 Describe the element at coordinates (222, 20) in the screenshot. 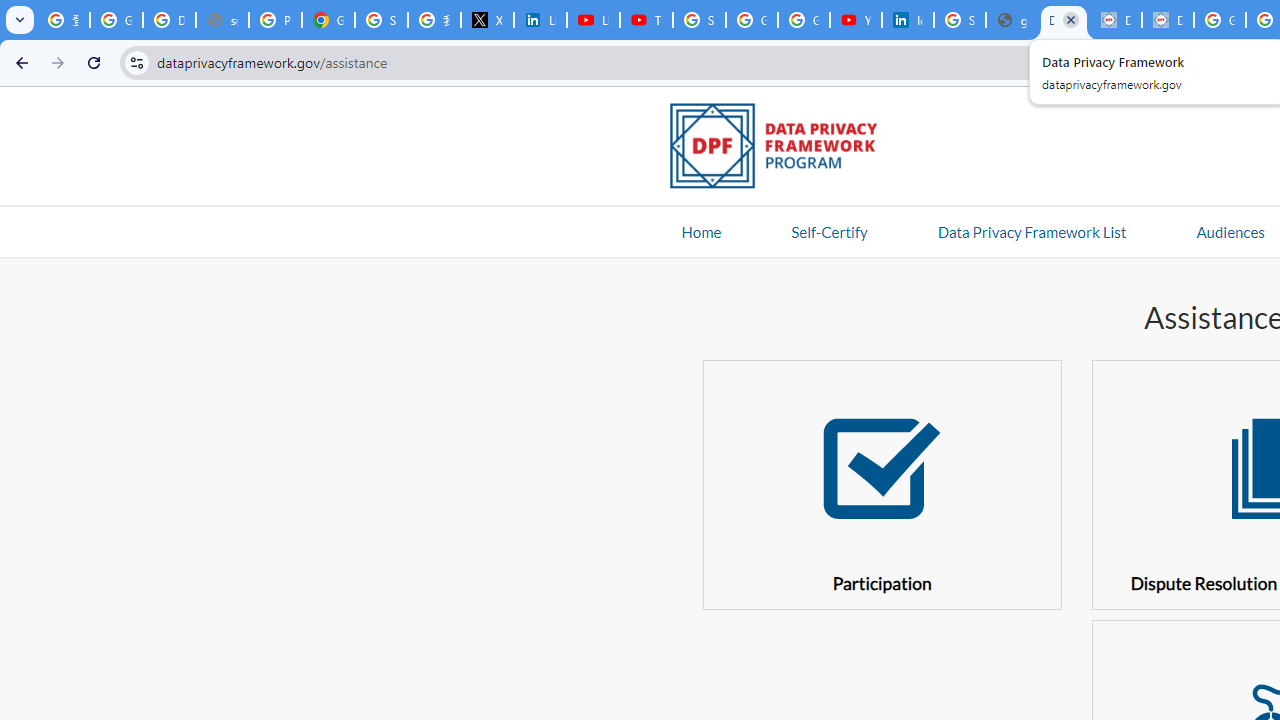

I see `'support.google.com - Network error'` at that location.